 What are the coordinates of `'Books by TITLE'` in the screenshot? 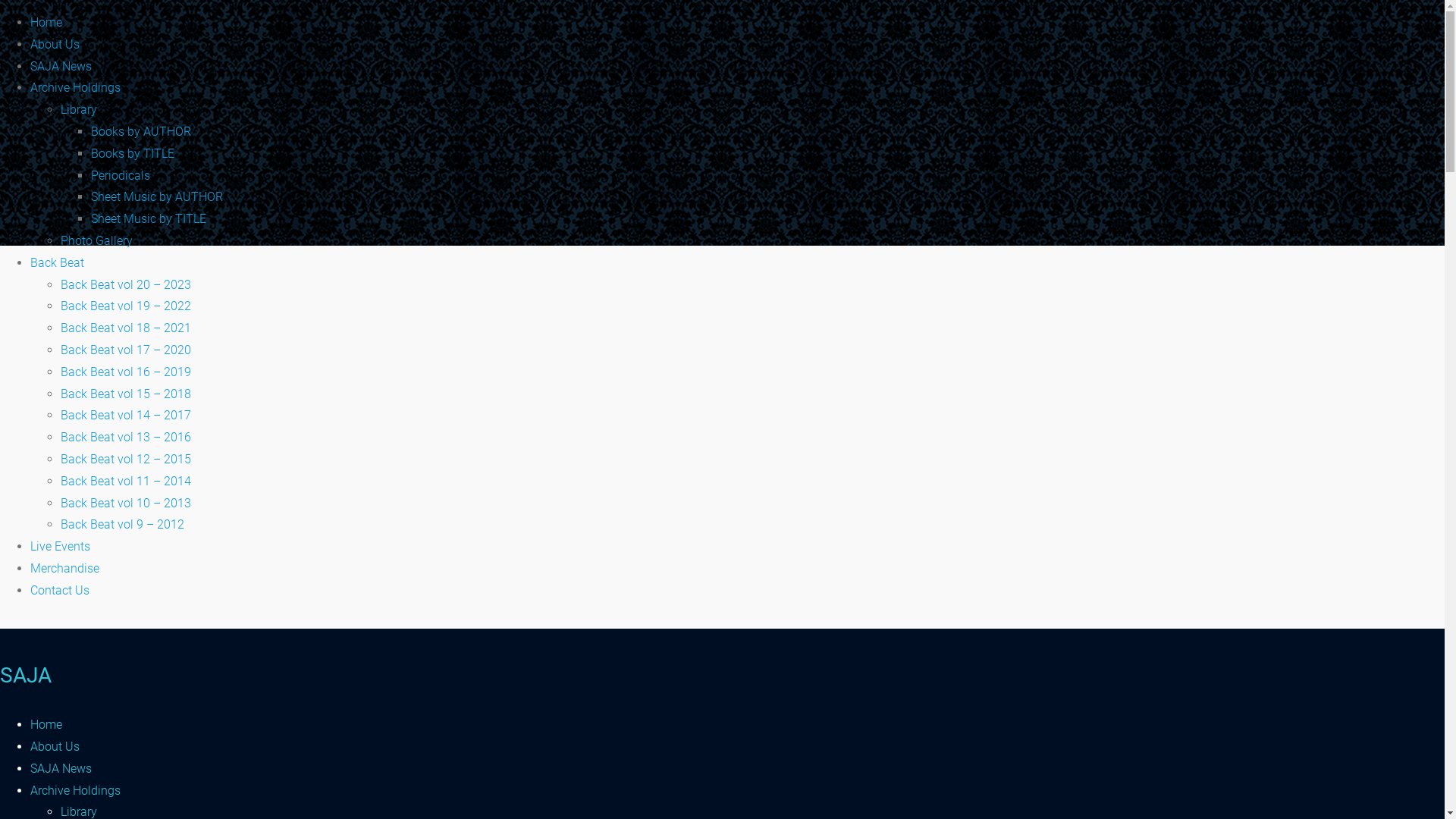 It's located at (132, 153).